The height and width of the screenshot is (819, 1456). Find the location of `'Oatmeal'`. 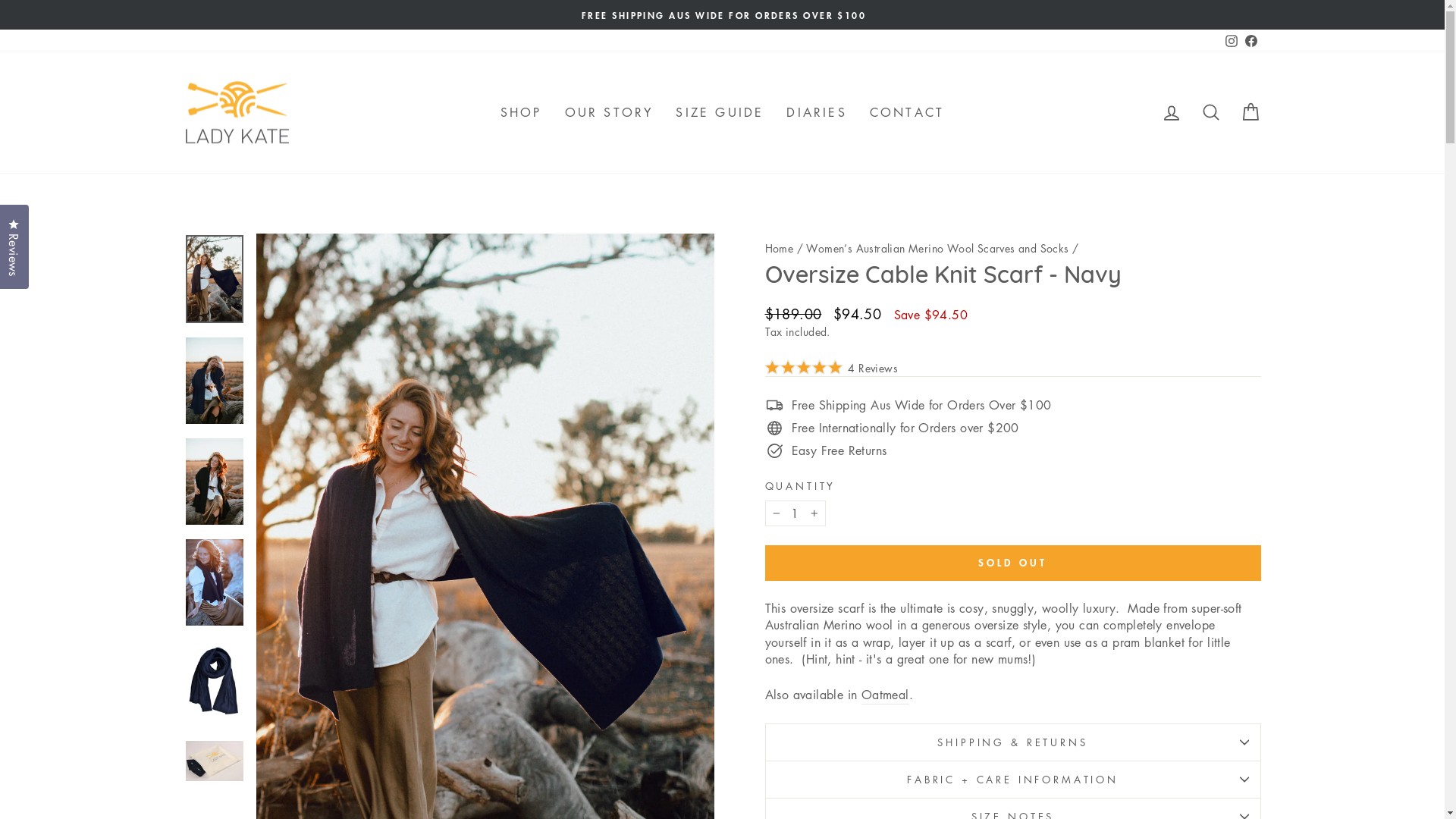

'Oatmeal' is located at coordinates (885, 695).